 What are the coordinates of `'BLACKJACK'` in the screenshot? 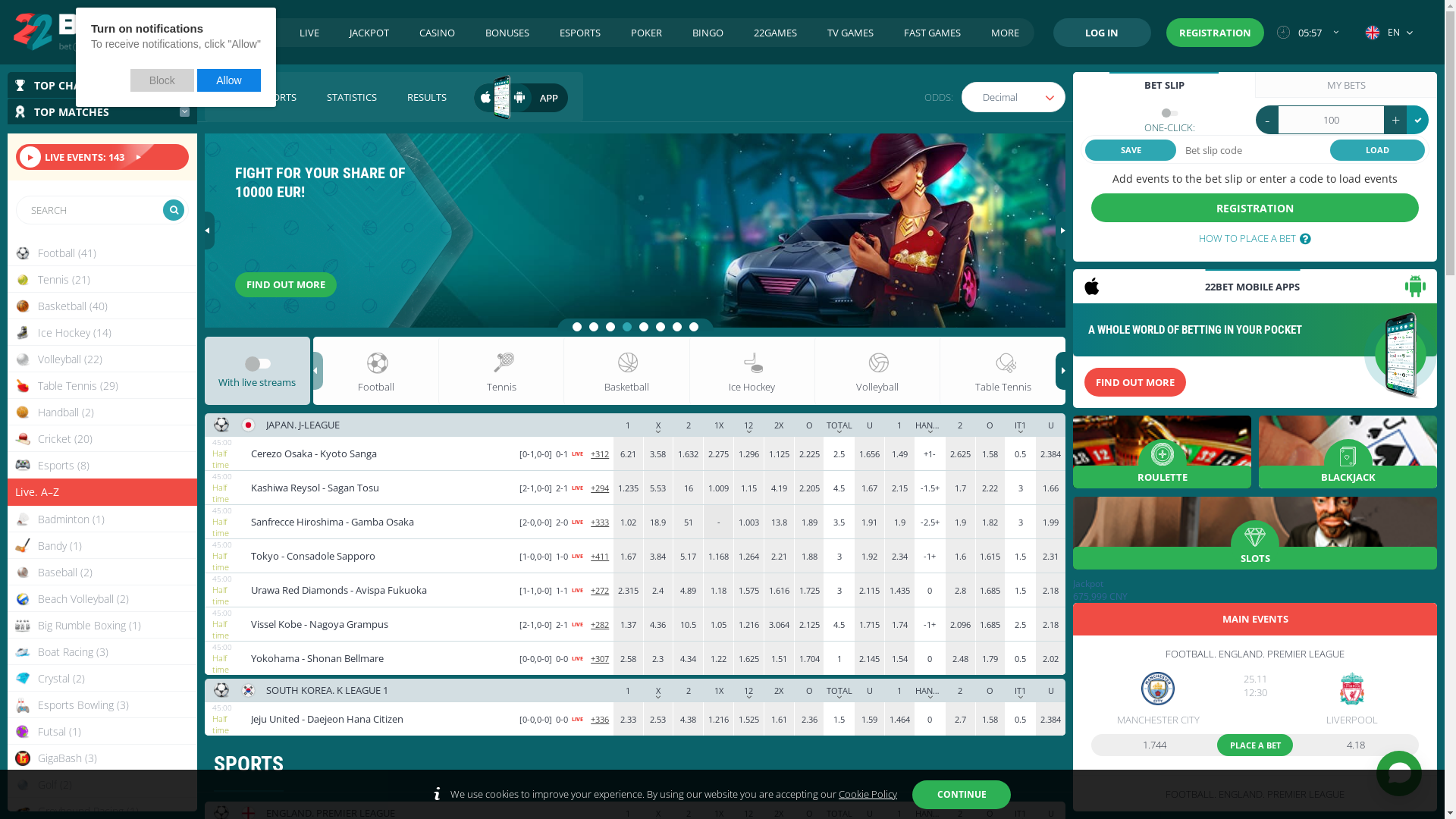 It's located at (1348, 451).